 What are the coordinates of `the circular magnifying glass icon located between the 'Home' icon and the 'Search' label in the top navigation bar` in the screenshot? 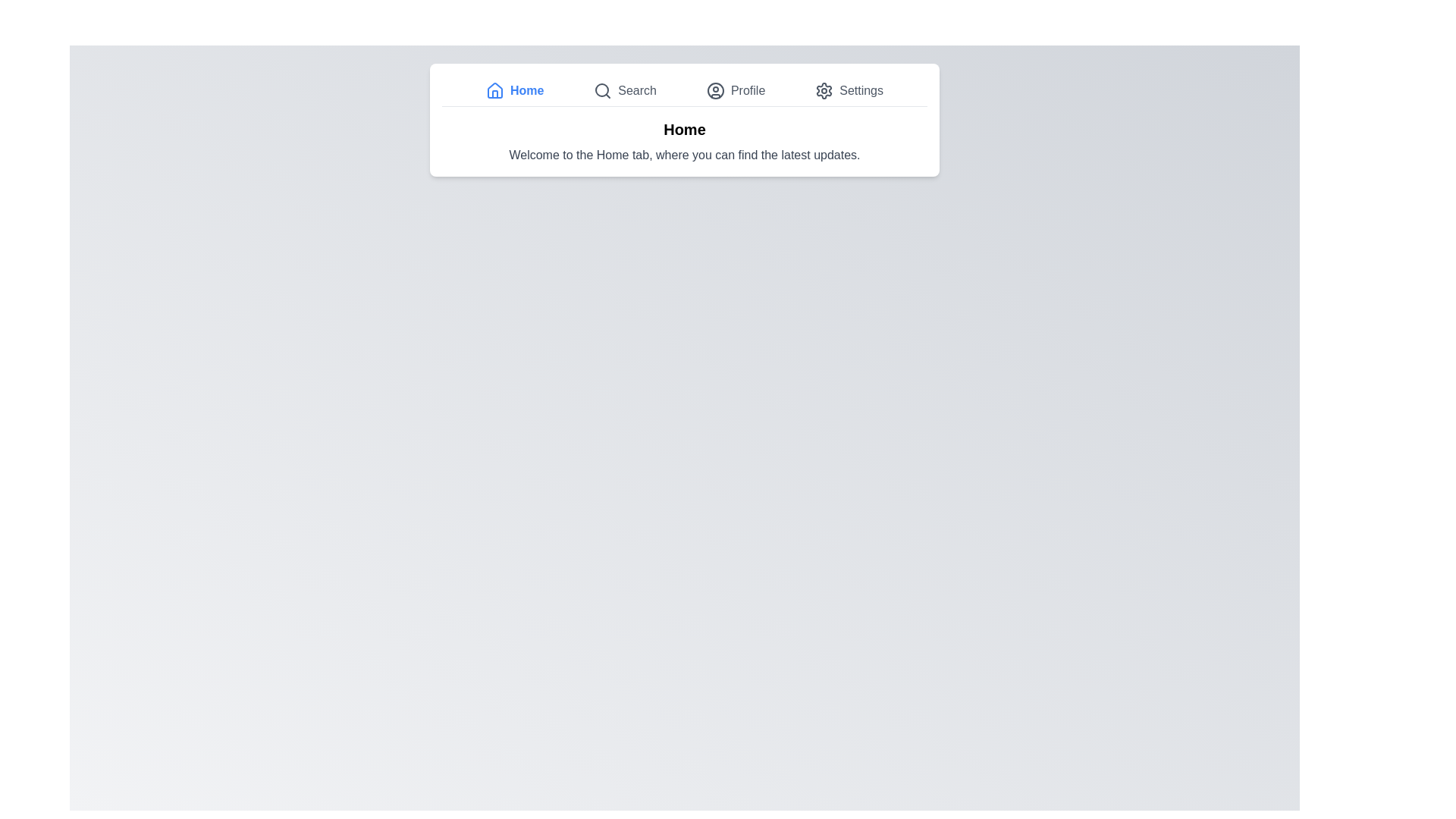 It's located at (602, 90).